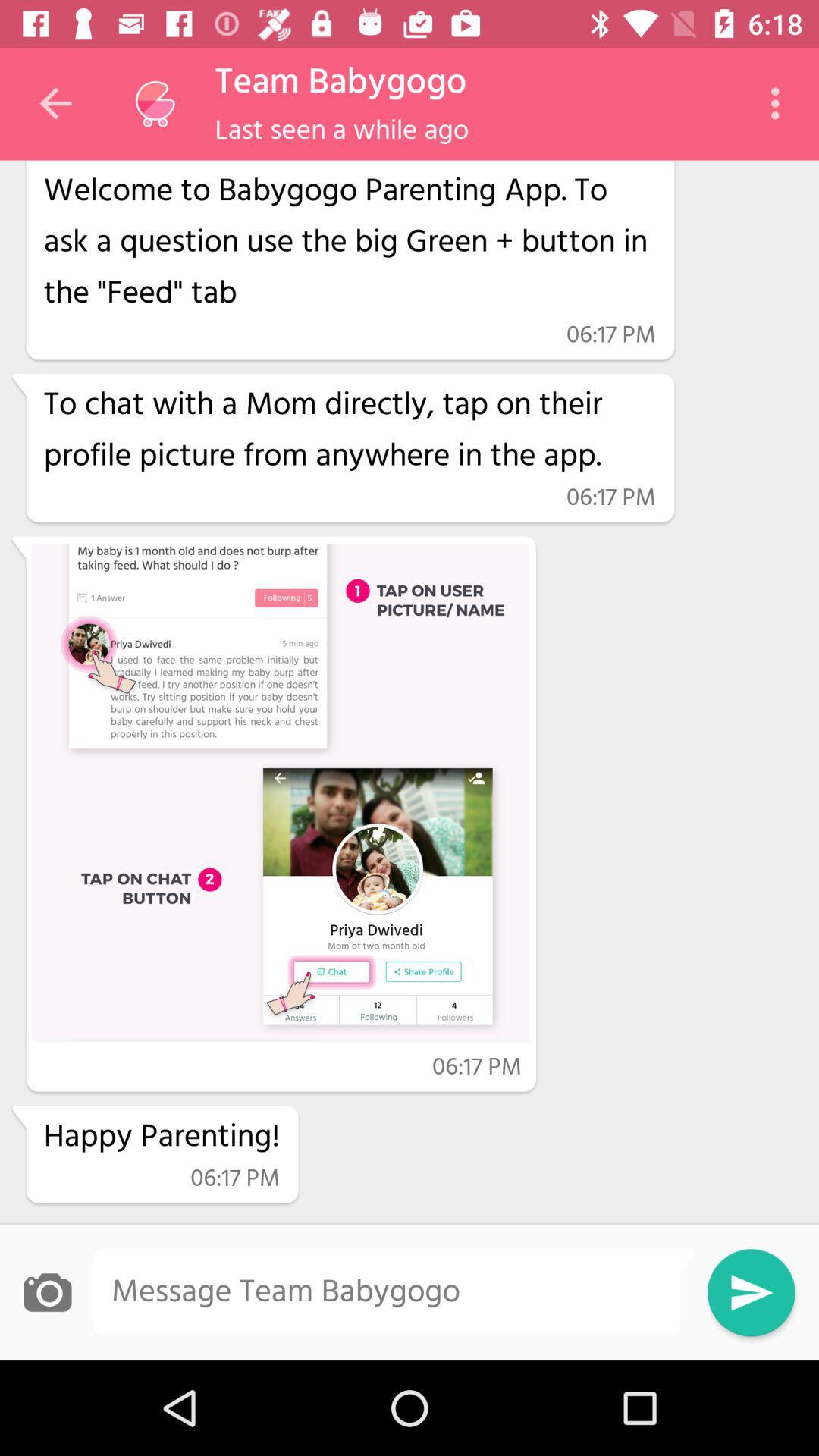  What do you see at coordinates (393, 1291) in the screenshot?
I see `message` at bounding box center [393, 1291].